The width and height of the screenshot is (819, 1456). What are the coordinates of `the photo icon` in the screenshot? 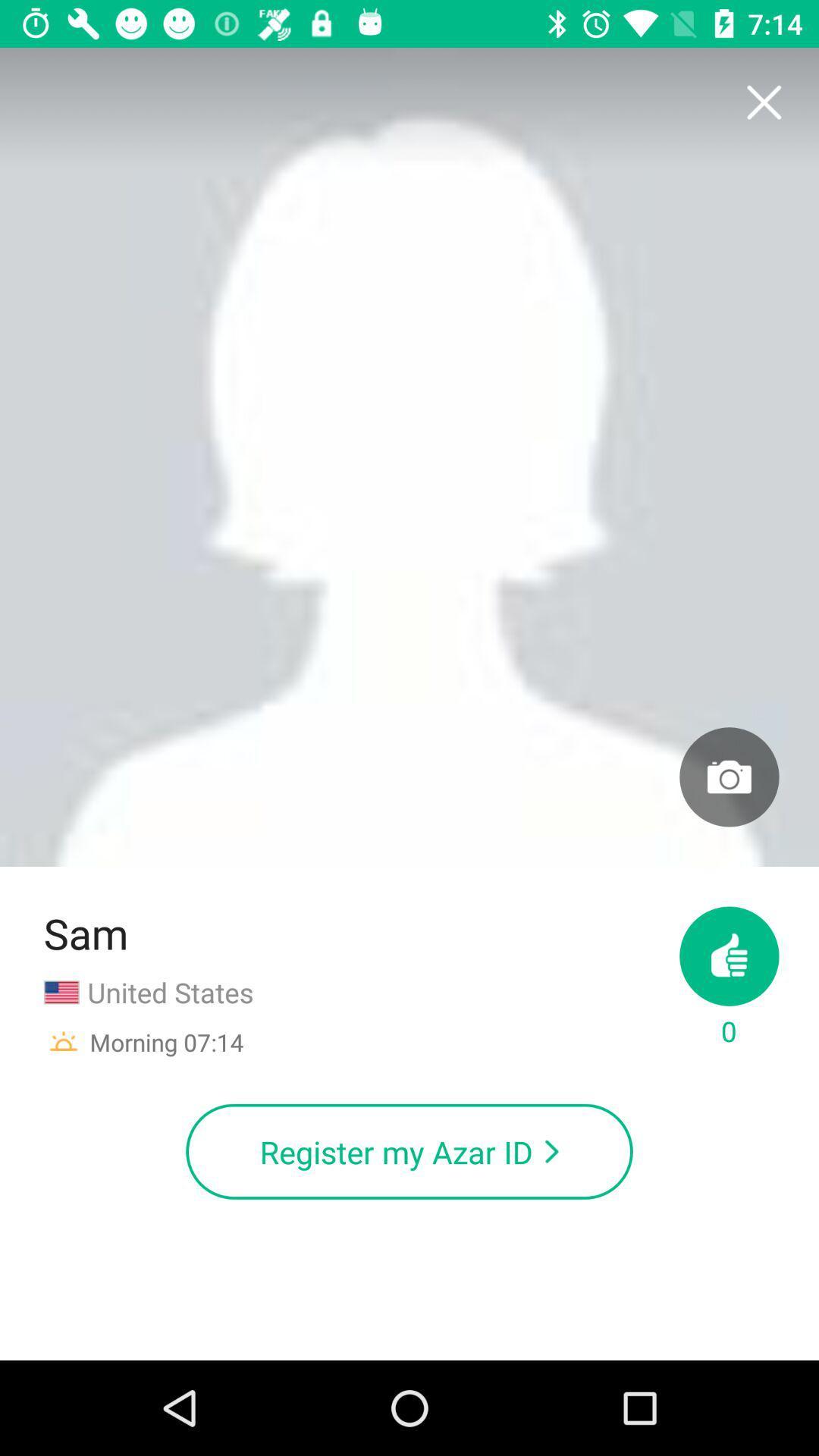 It's located at (728, 777).